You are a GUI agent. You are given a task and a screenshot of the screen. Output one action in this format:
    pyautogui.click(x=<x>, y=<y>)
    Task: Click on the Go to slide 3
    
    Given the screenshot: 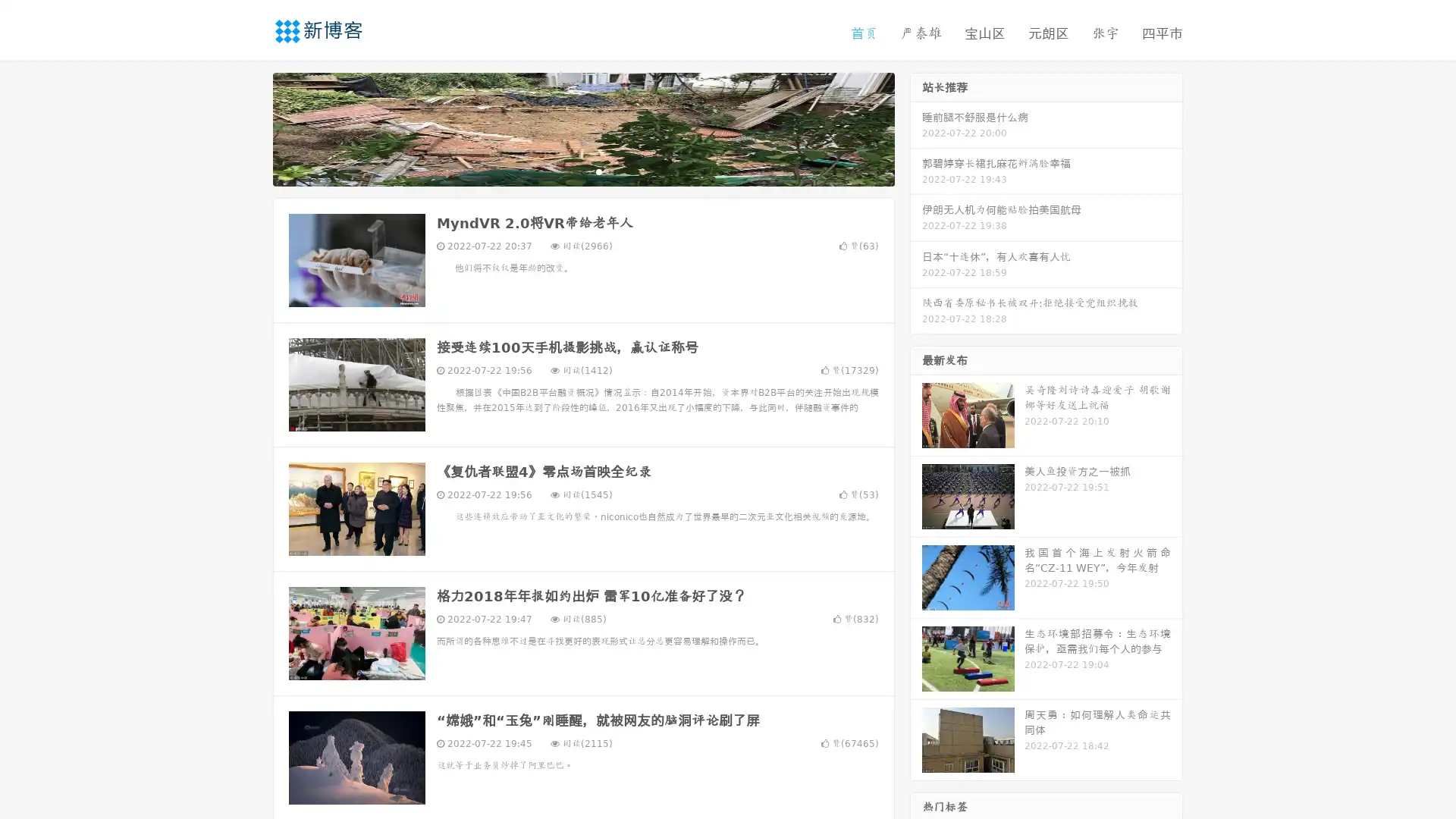 What is the action you would take?
    pyautogui.click(x=598, y=171)
    